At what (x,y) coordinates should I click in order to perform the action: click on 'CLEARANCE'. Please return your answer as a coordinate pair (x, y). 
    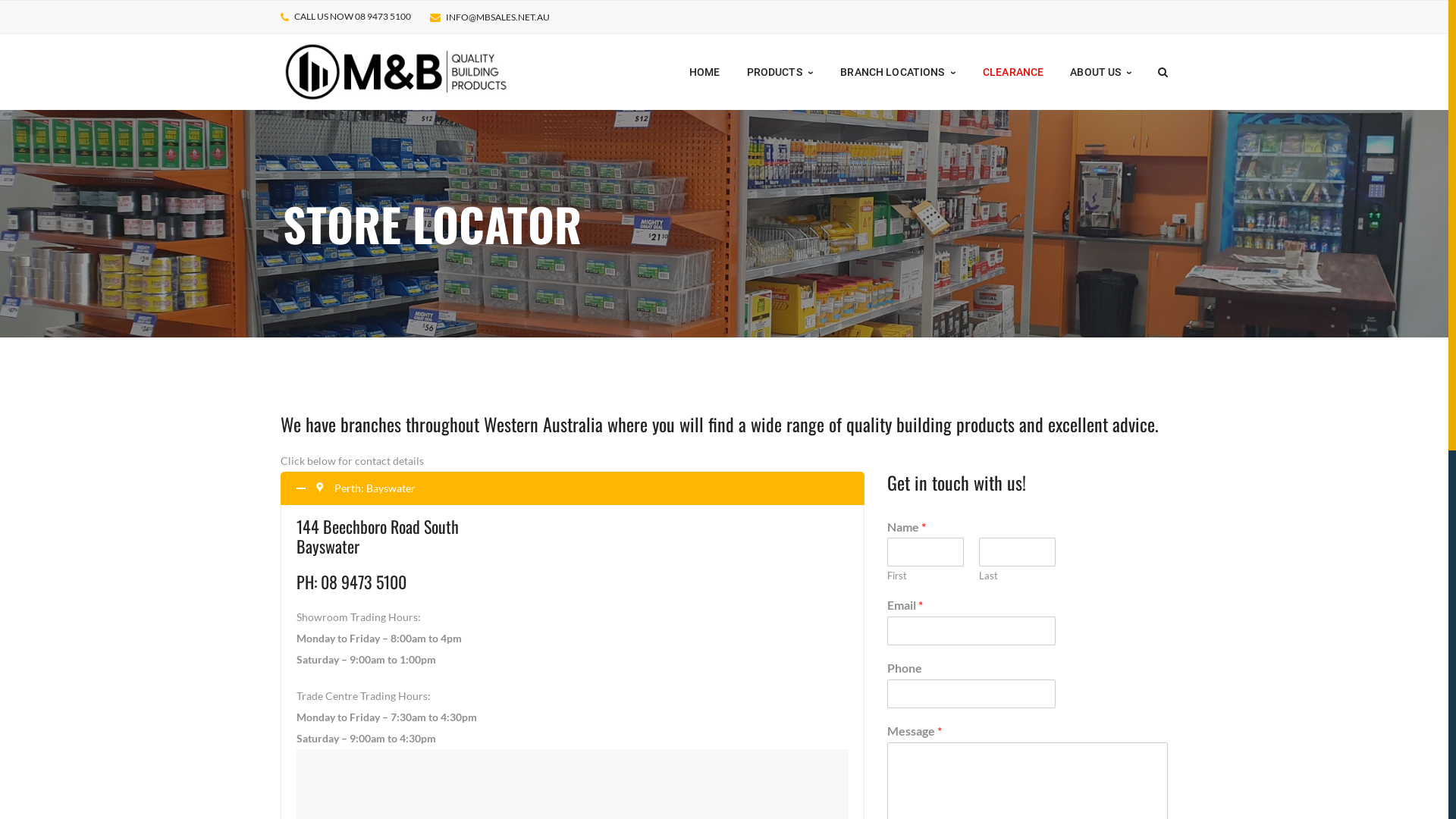
    Looking at the image, I should click on (1012, 72).